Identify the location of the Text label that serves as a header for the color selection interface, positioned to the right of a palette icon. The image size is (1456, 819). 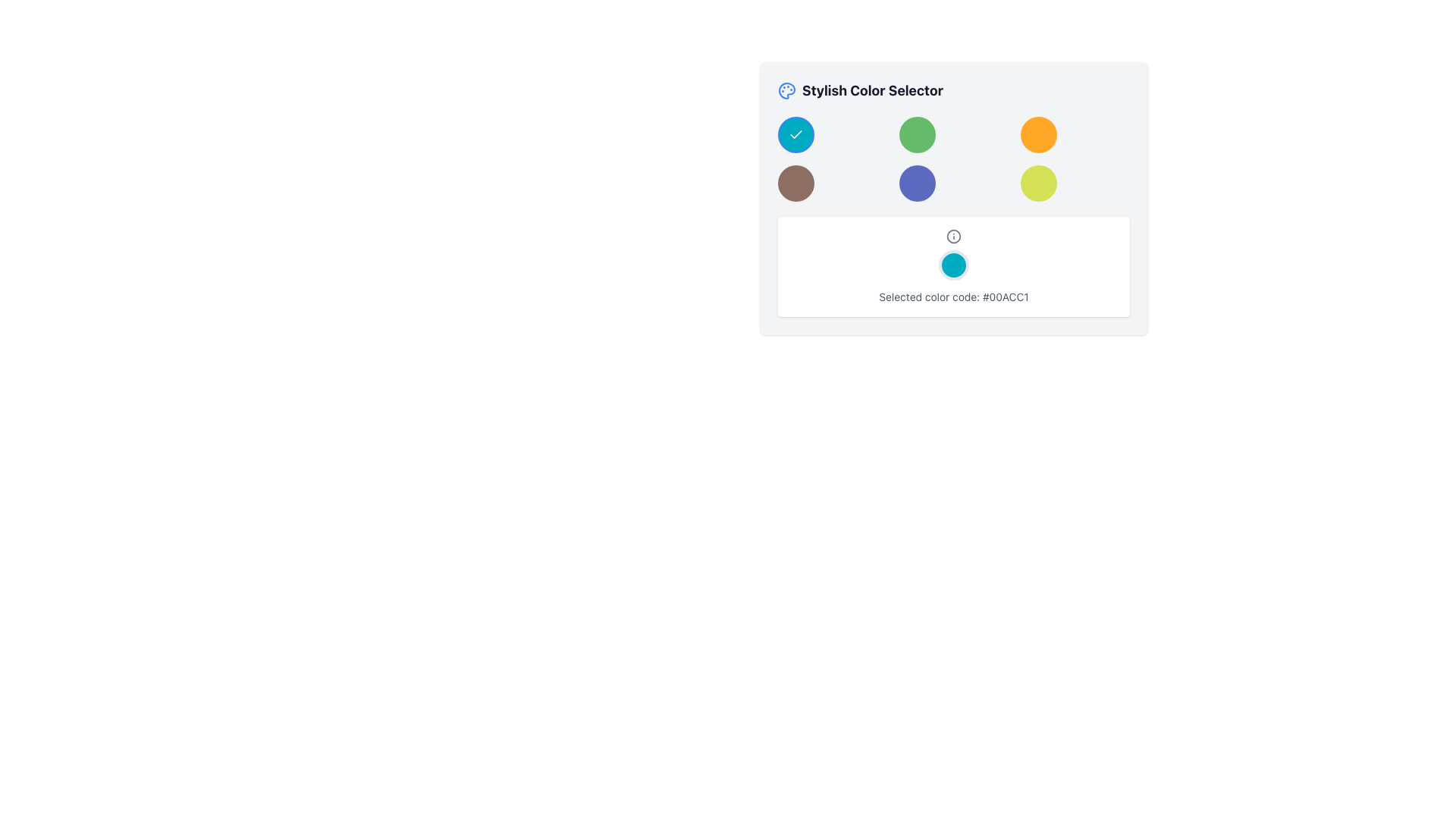
(873, 90).